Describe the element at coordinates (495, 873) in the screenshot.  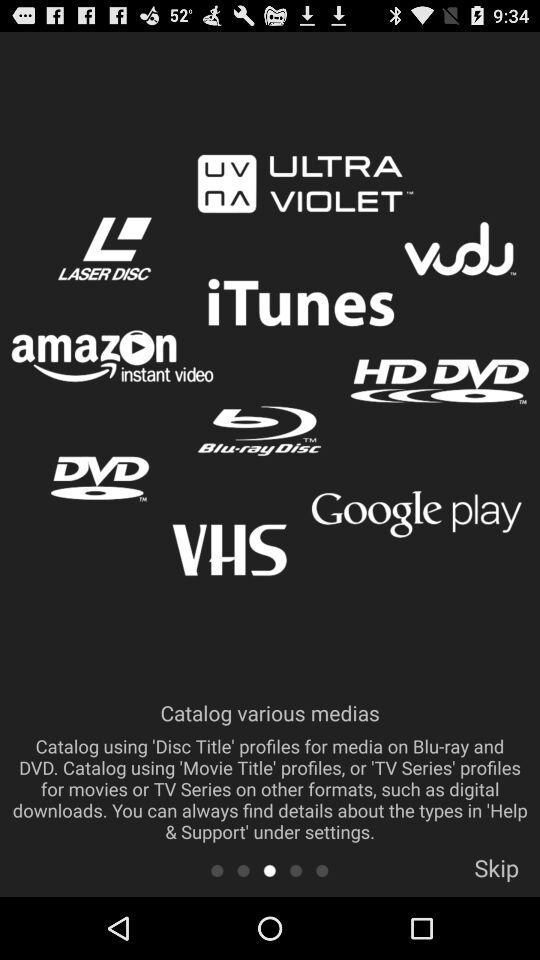
I see `item below the catalog various medias icon` at that location.